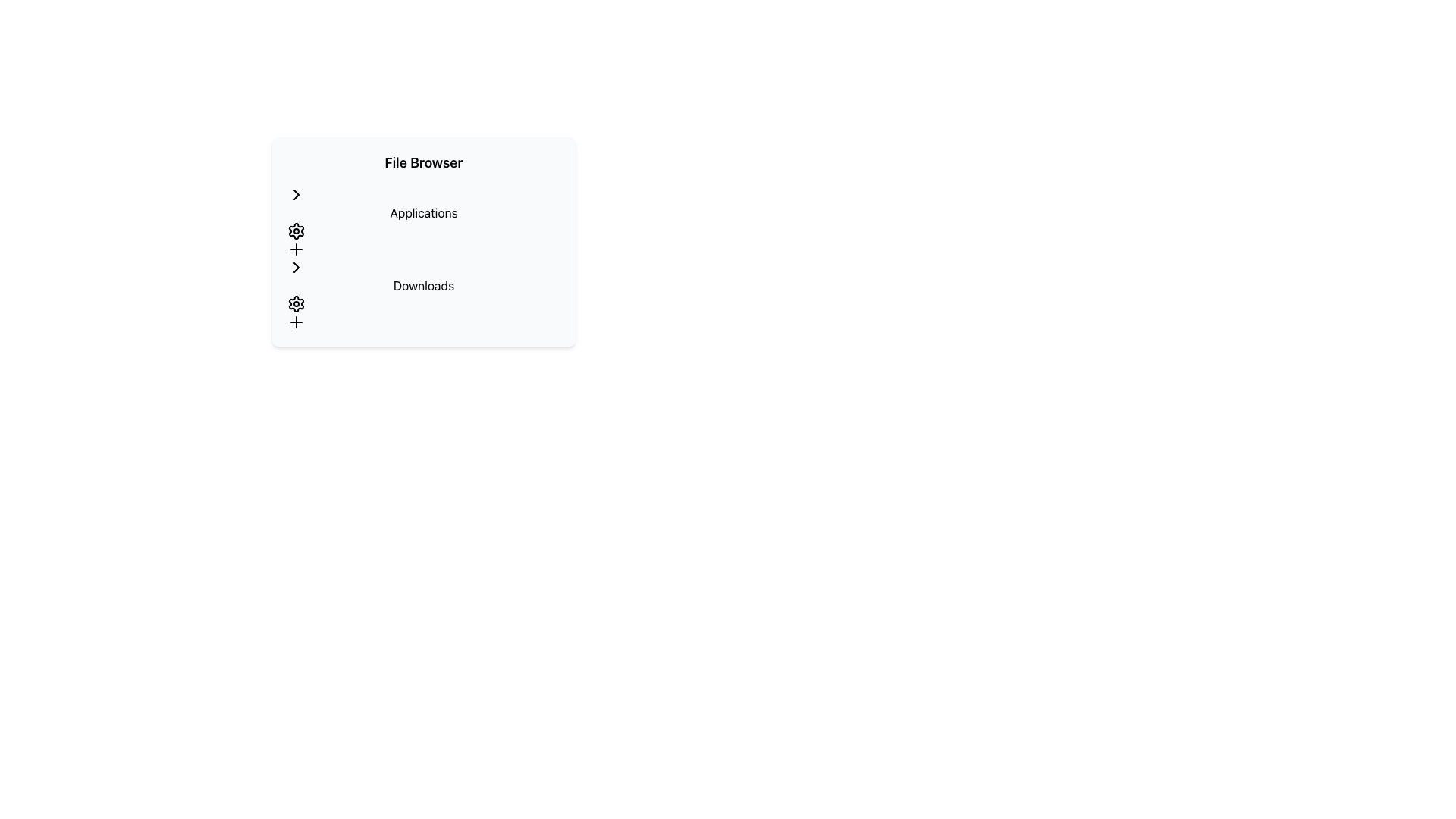  Describe the element at coordinates (423, 222) in the screenshot. I see `the first row labeled 'Applications' in the list beneath the 'File Browser' header` at that location.